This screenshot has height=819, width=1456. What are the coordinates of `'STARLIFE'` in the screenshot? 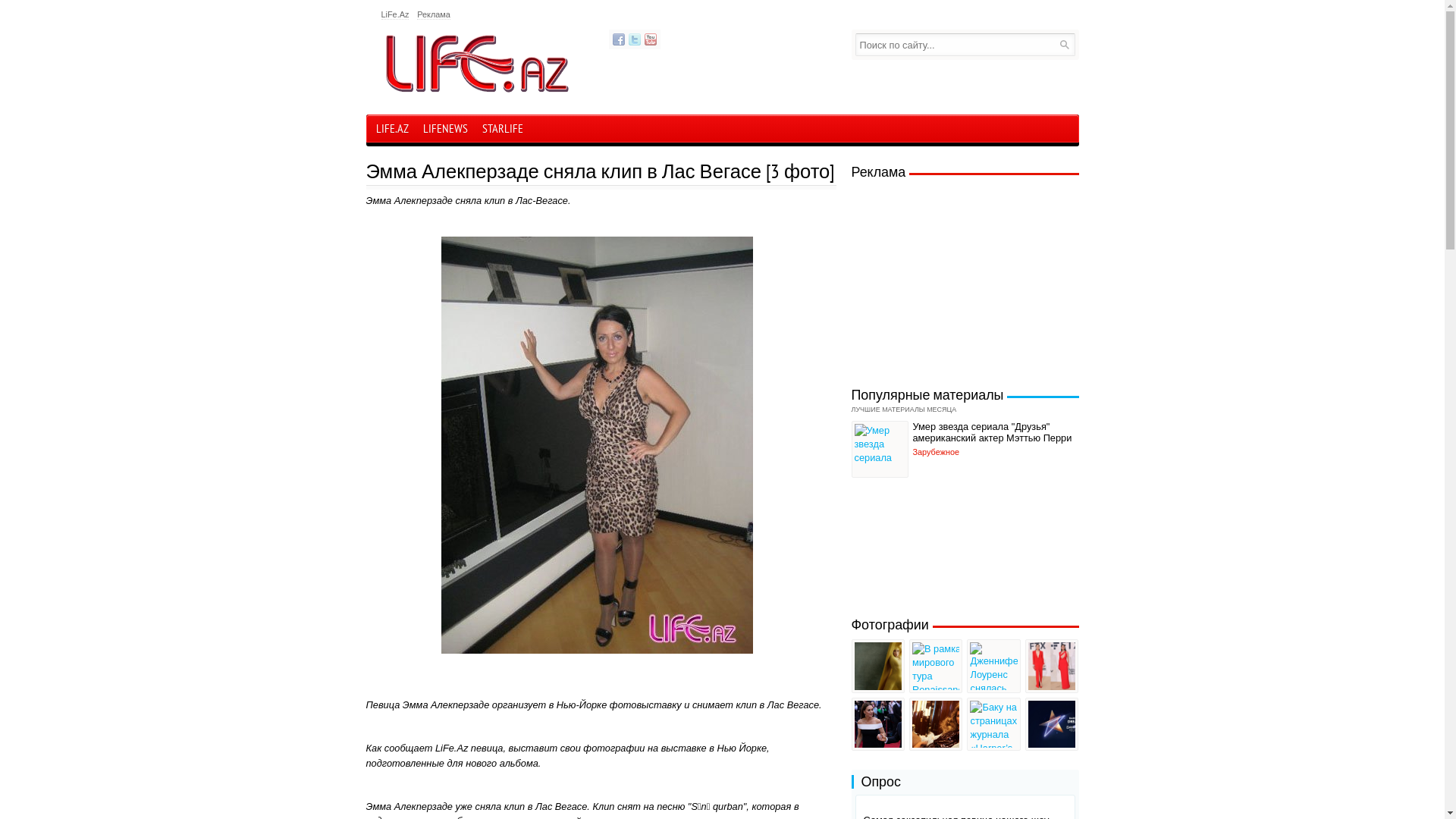 It's located at (502, 130).